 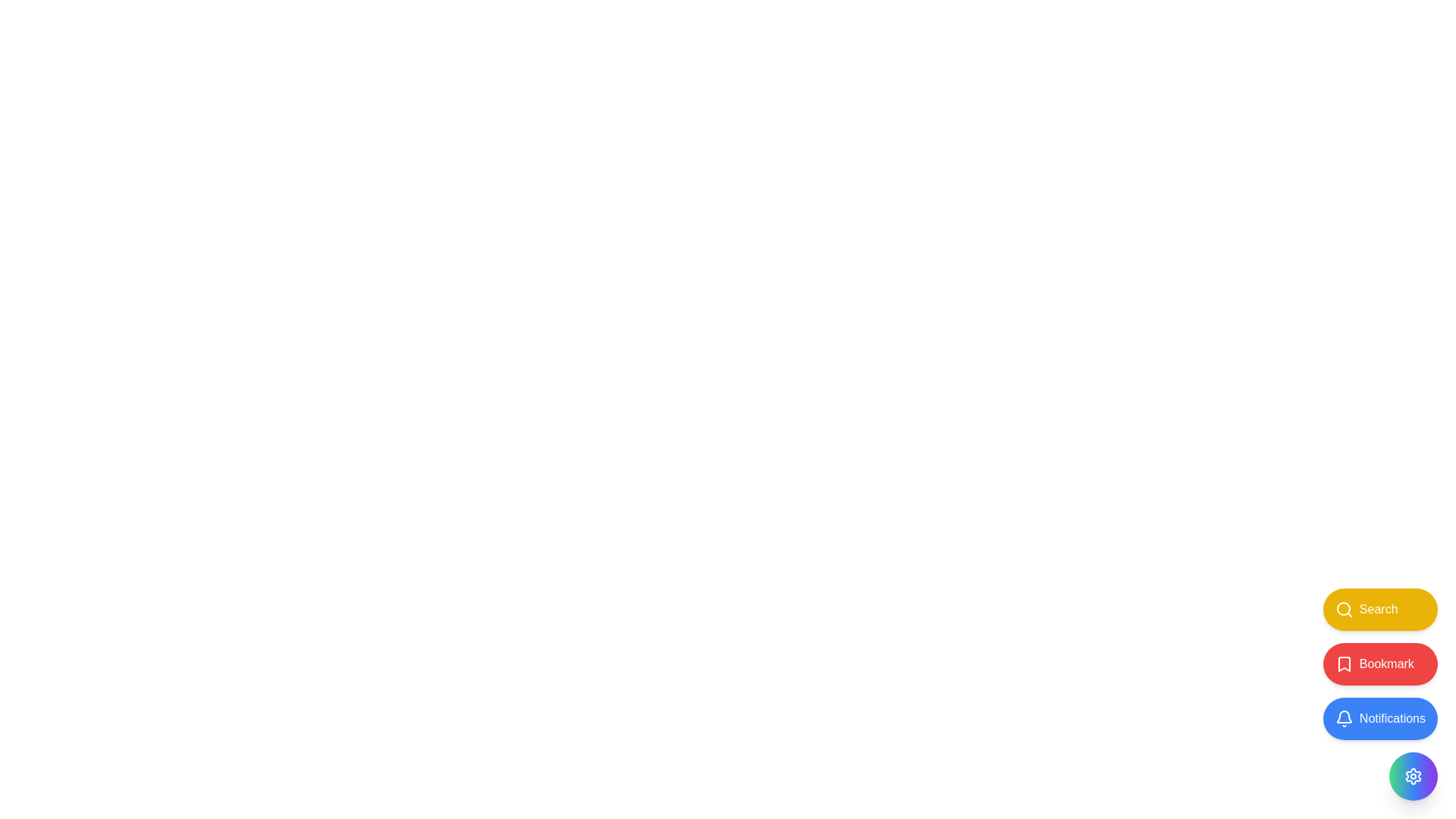 What do you see at coordinates (1380, 608) in the screenshot?
I see `the yellow 'Search' button with rounded edges and a magnifying glass icon` at bounding box center [1380, 608].